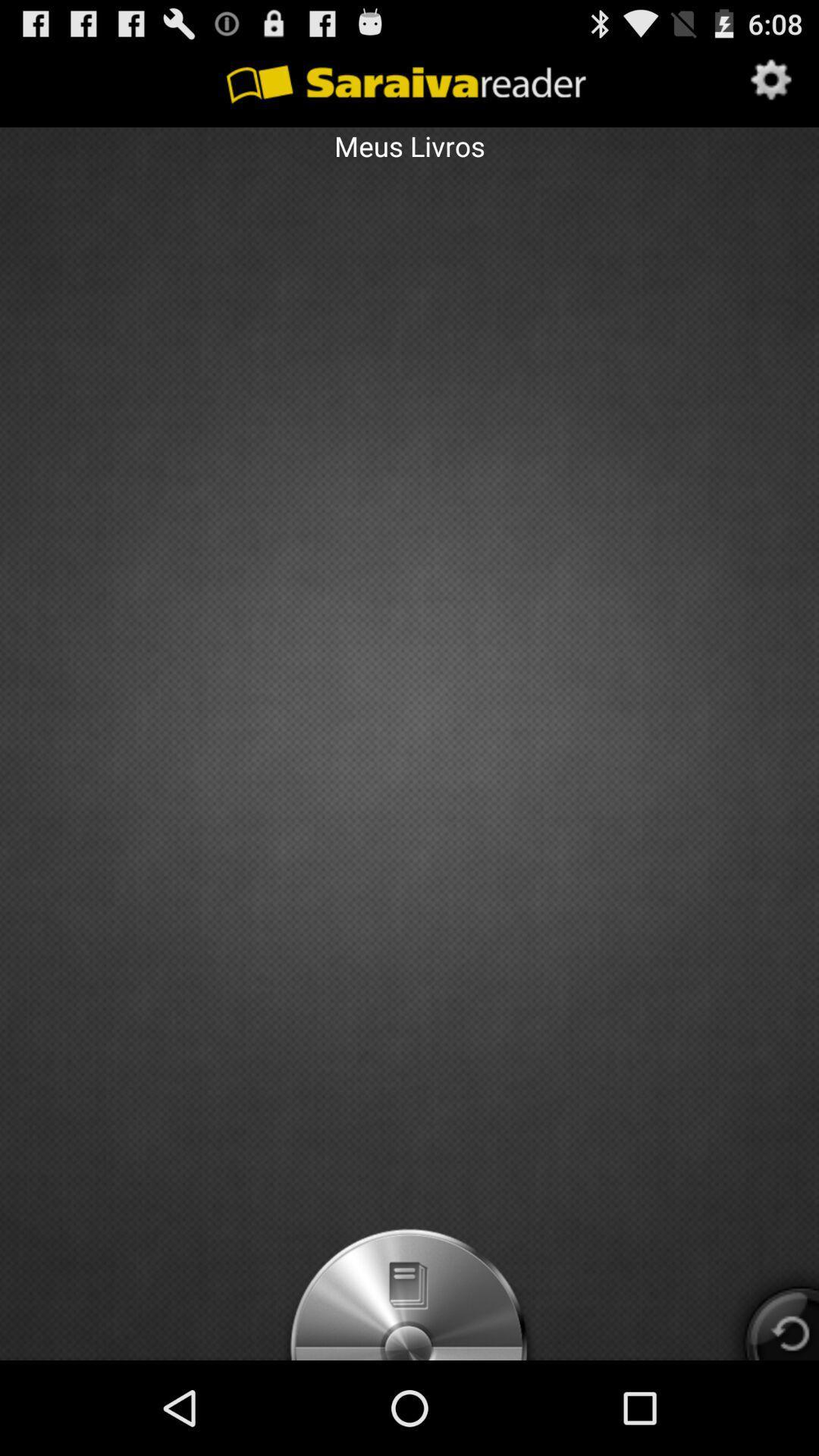 Image resolution: width=819 pixels, height=1456 pixels. What do you see at coordinates (772, 86) in the screenshot?
I see `the settings icon` at bounding box center [772, 86].